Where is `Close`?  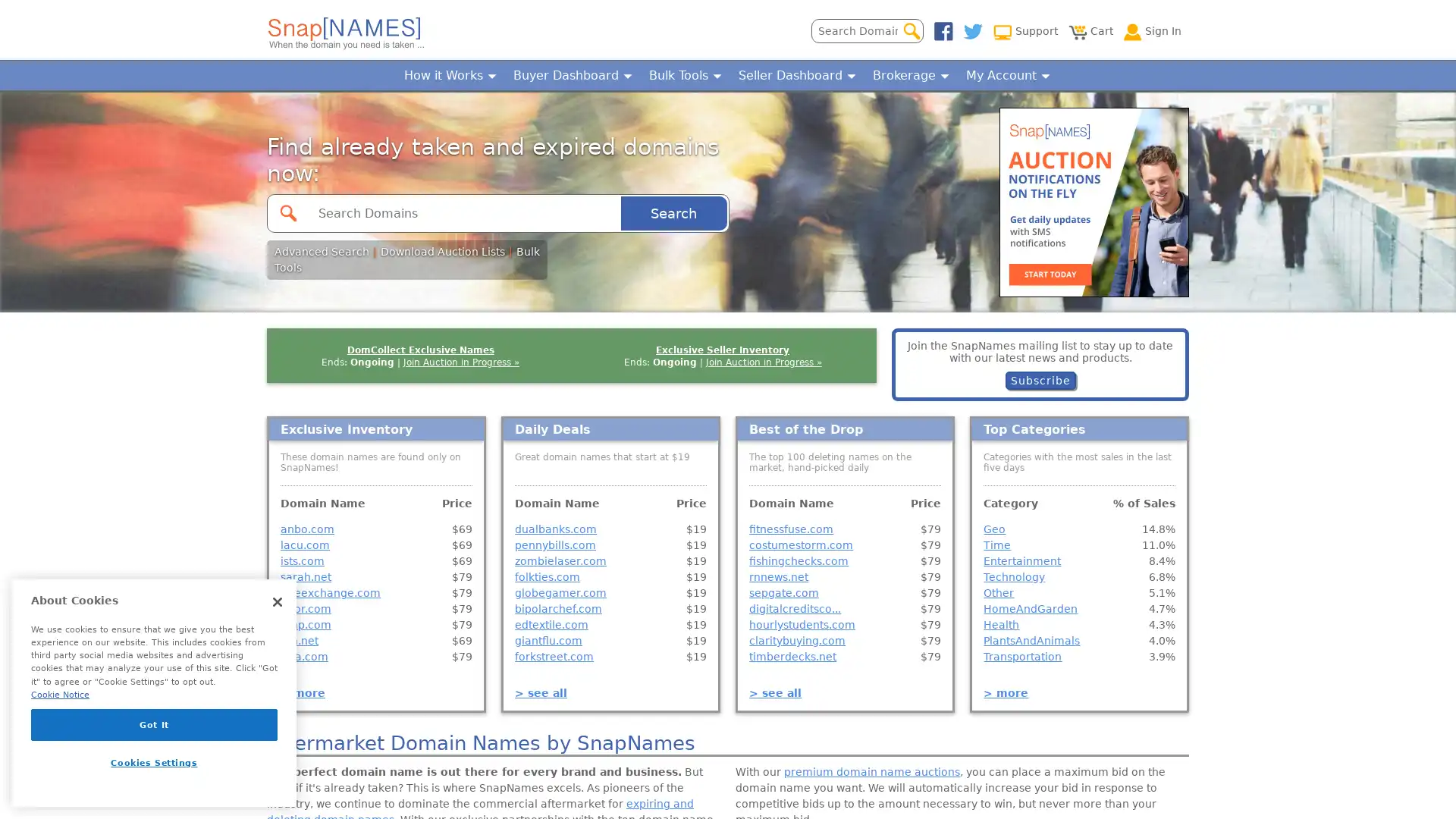
Close is located at coordinates (277, 601).